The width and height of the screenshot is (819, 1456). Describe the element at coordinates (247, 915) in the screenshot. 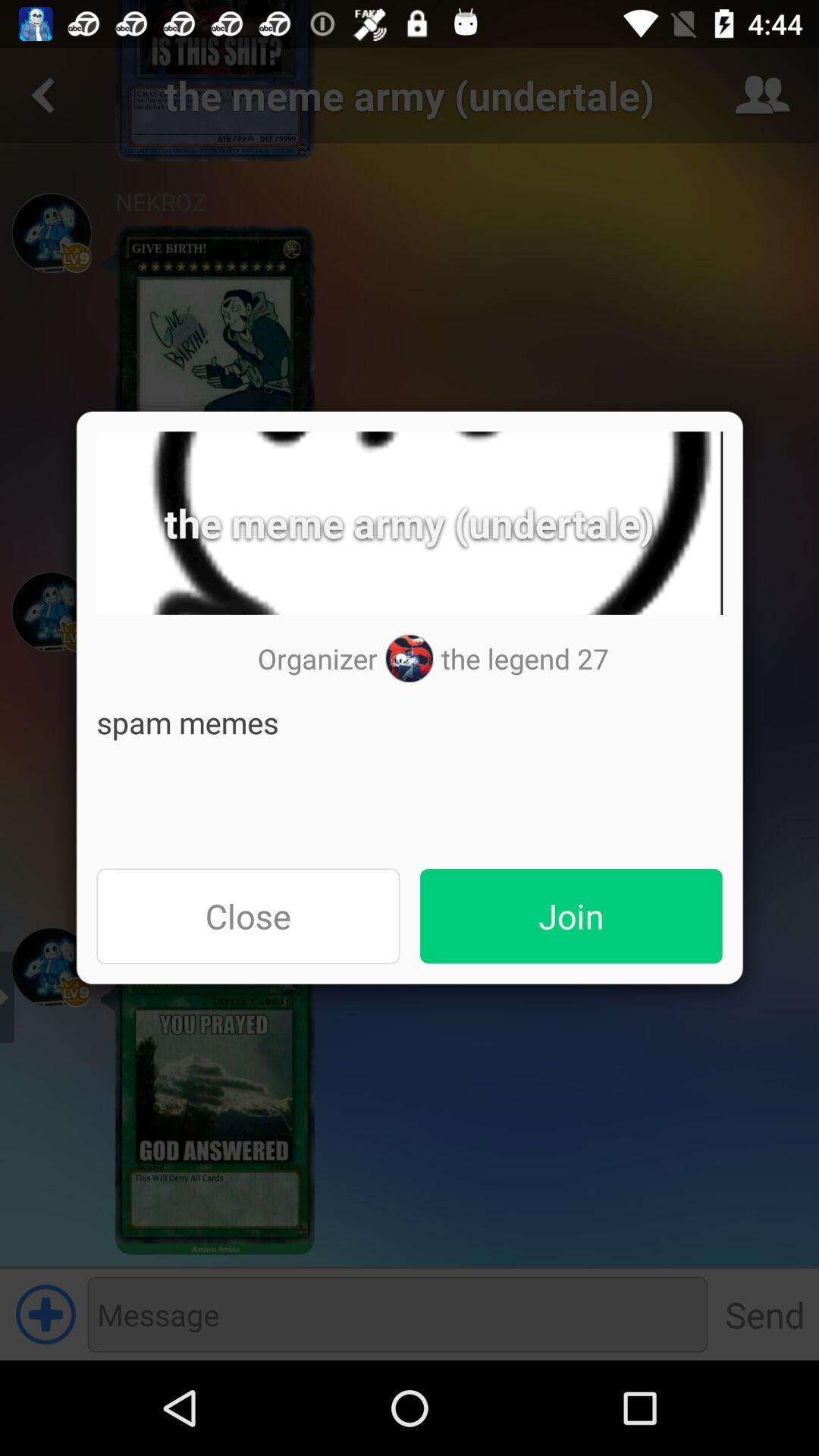

I see `icon on the left` at that location.